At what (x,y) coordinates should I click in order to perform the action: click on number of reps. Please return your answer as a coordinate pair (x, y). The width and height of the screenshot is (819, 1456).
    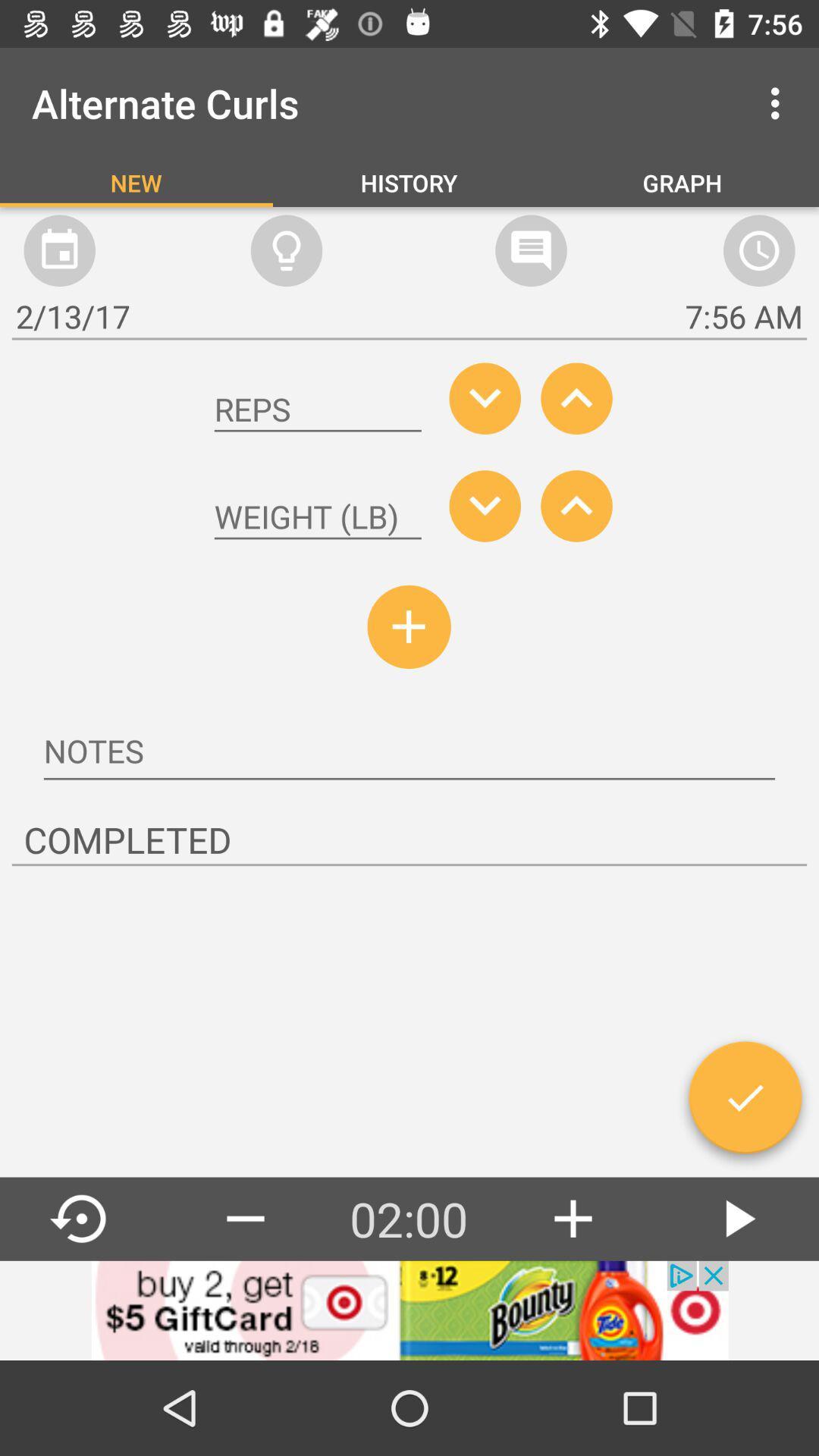
    Looking at the image, I should click on (317, 409).